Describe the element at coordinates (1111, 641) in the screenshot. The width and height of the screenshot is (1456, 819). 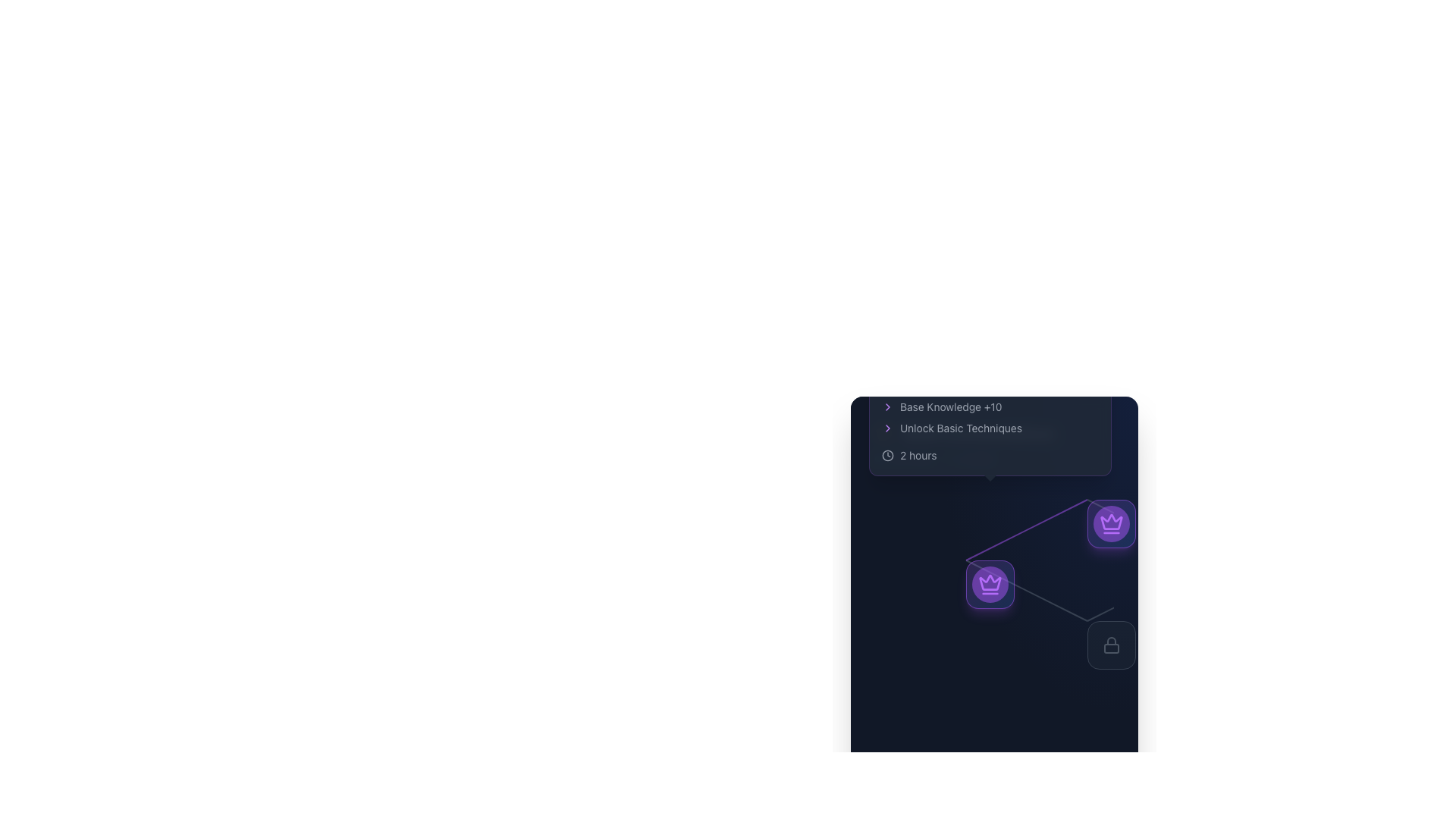
I see `the curved portion of the lock's shackle icon located in the lower right corner of the interface, which is part of an SVG graphic representing security or restricted access` at that location.